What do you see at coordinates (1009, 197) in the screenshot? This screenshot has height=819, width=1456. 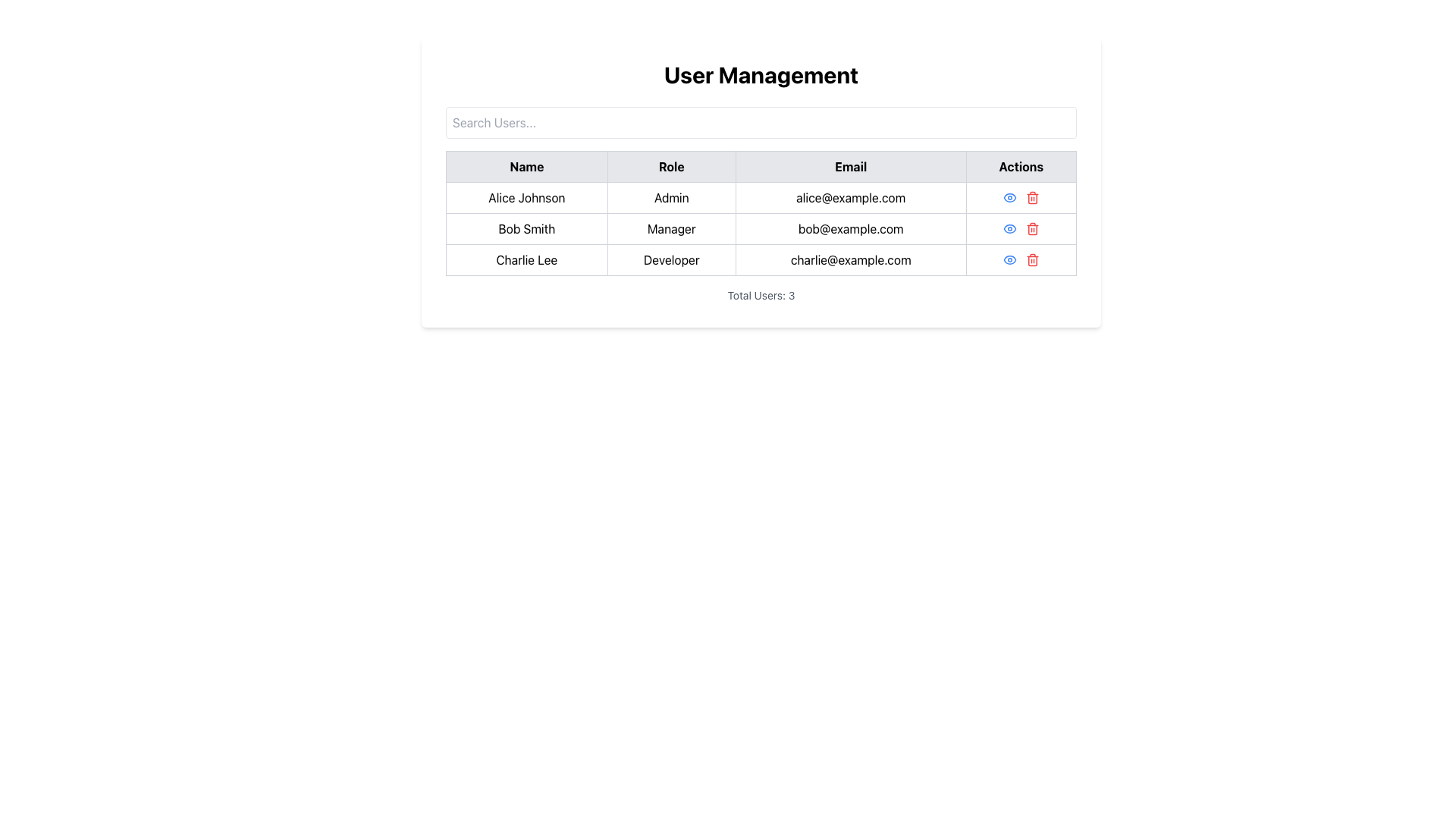 I see `the blue eye-shaped icon button in the 'Actions' column of the first row associated with user 'Alice Johnson'` at bounding box center [1009, 197].